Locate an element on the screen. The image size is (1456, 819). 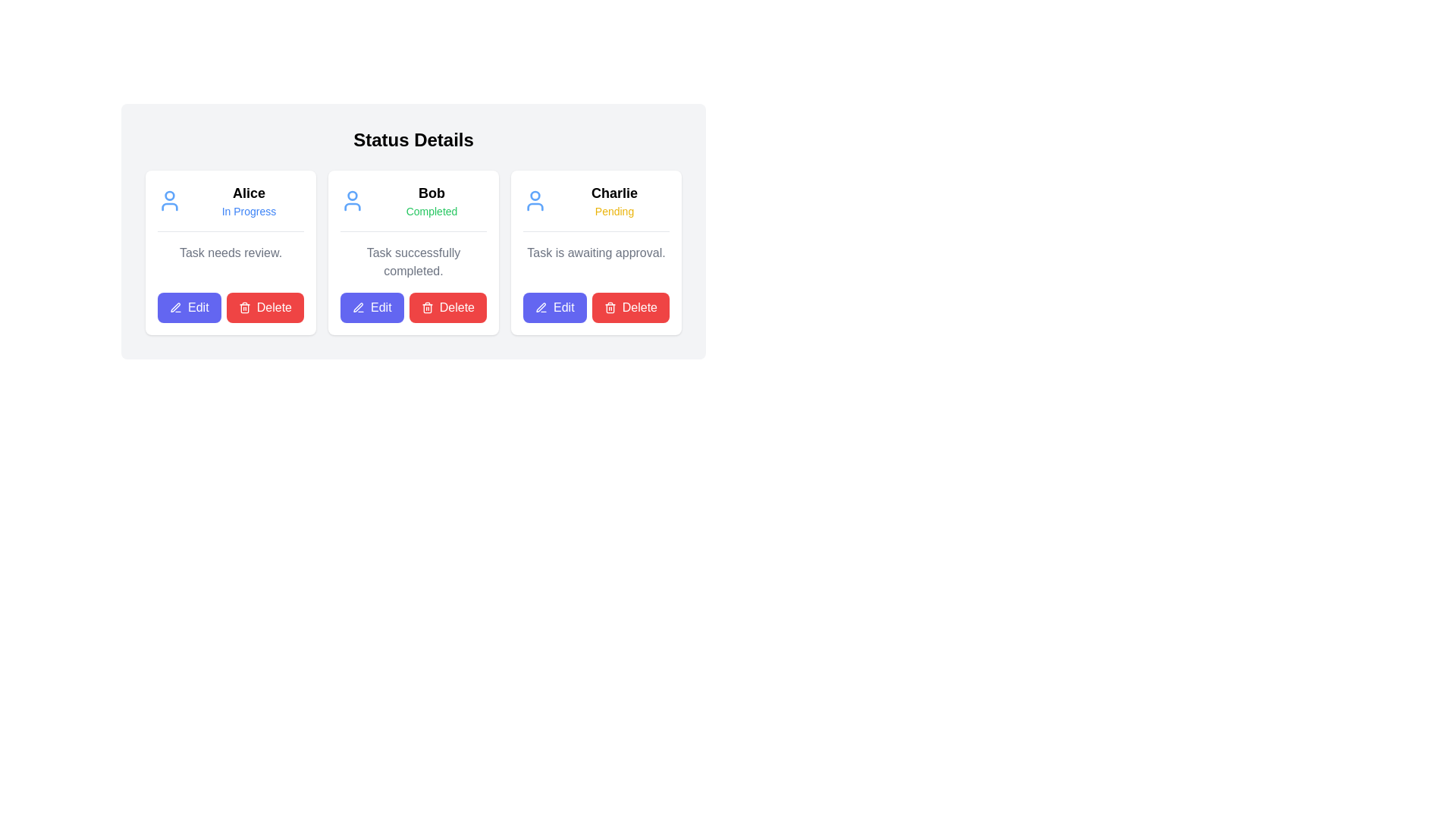
the pen icon within the Edit button of the second card for user 'Bob' to initiate the edit action is located at coordinates (358, 307).